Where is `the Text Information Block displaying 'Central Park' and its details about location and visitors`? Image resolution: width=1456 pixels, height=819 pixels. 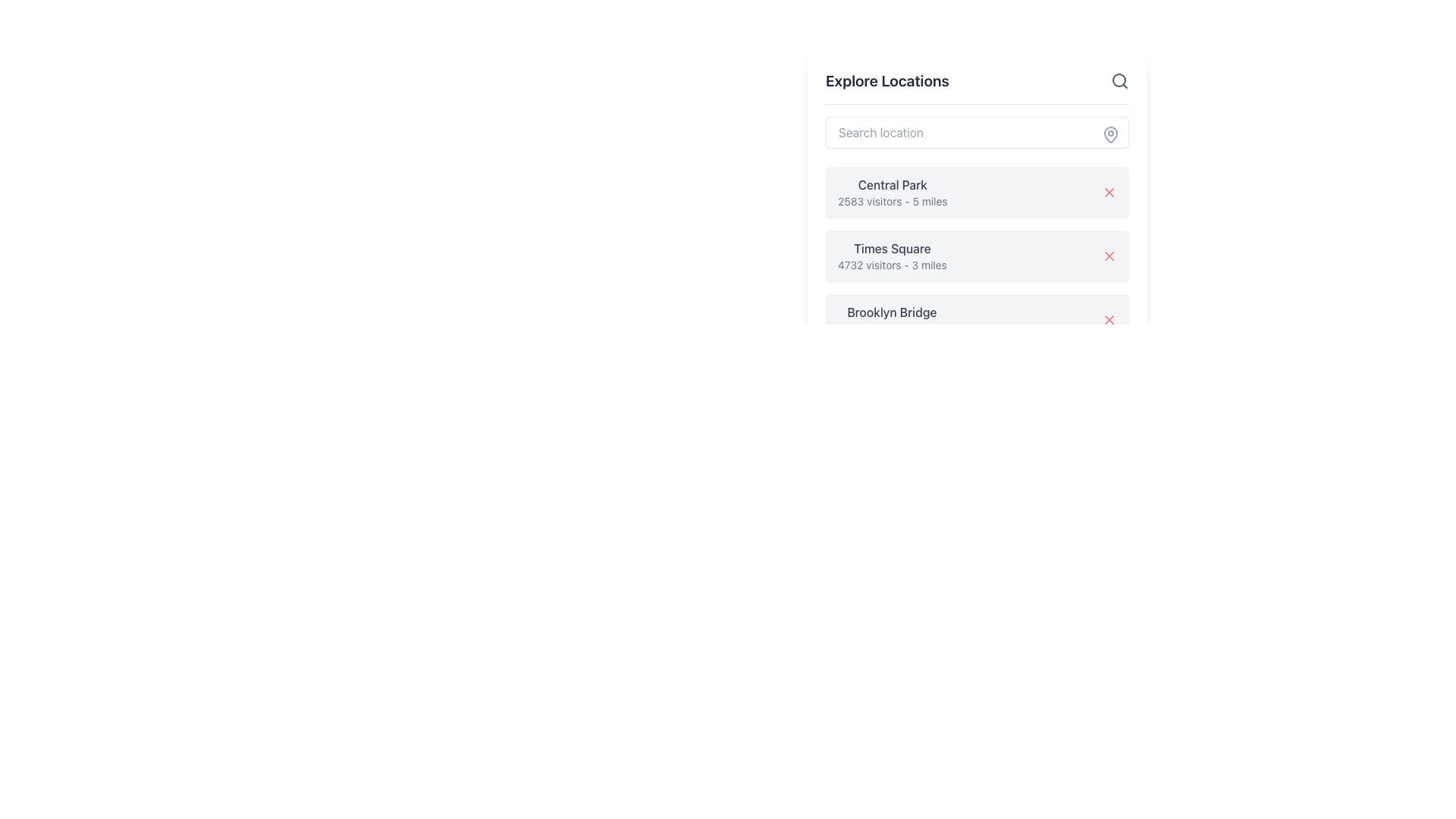
the Text Information Block displaying 'Central Park' and its details about location and visitors is located at coordinates (893, 192).